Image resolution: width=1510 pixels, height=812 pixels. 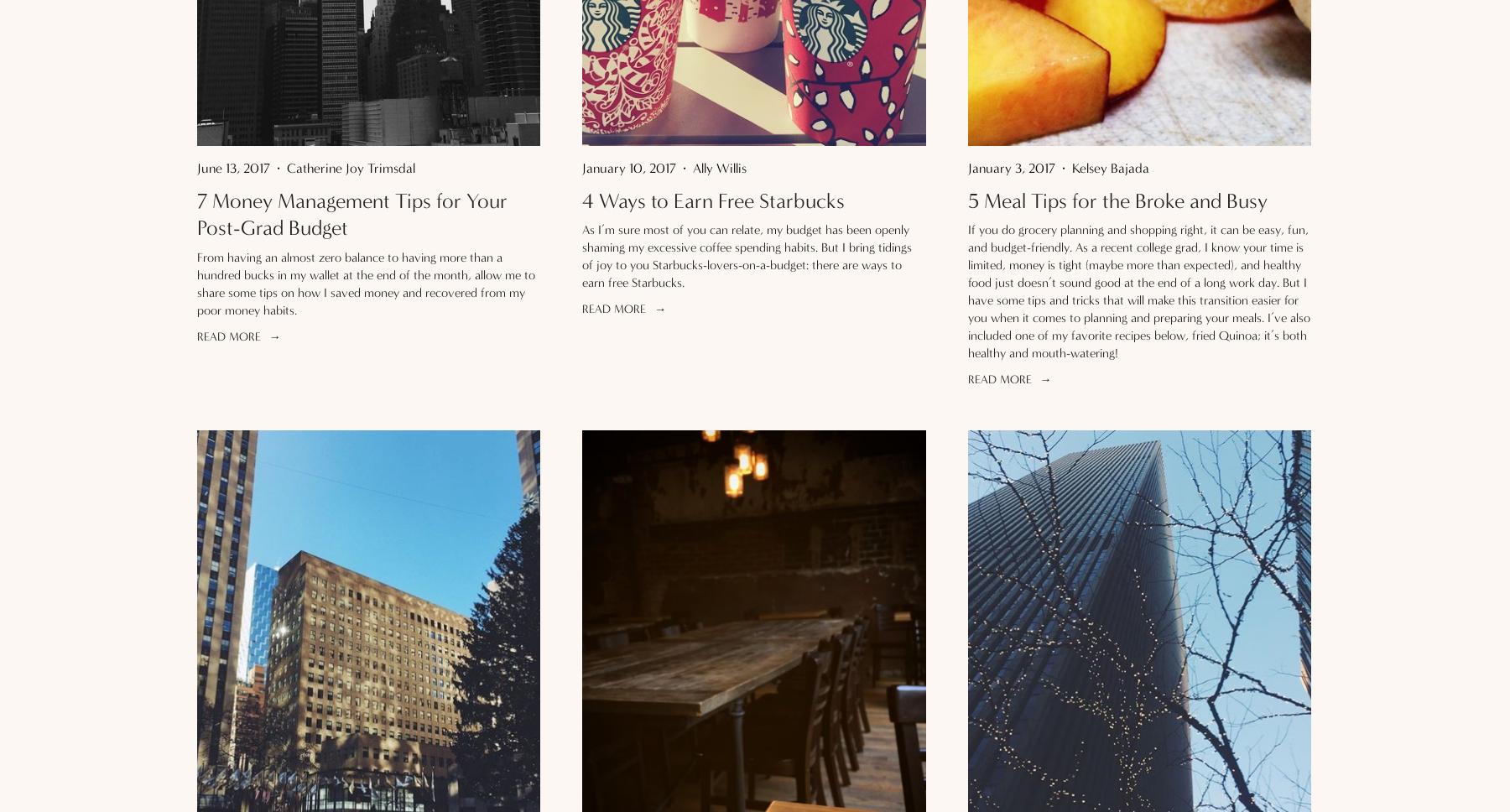 What do you see at coordinates (628, 167) in the screenshot?
I see `'January 10, 2017'` at bounding box center [628, 167].